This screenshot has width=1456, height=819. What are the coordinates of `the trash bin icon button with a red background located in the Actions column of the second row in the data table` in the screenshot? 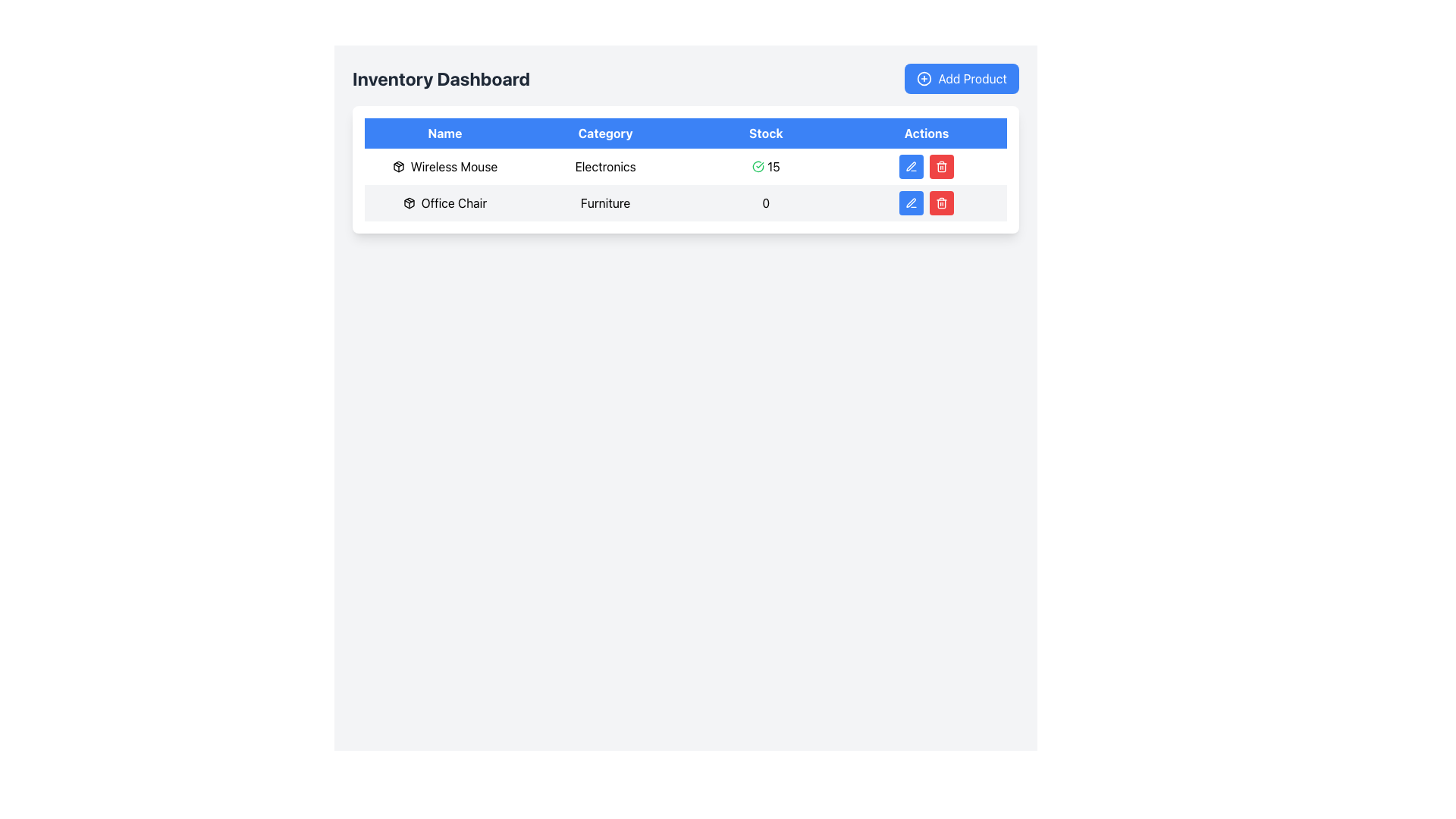 It's located at (941, 202).